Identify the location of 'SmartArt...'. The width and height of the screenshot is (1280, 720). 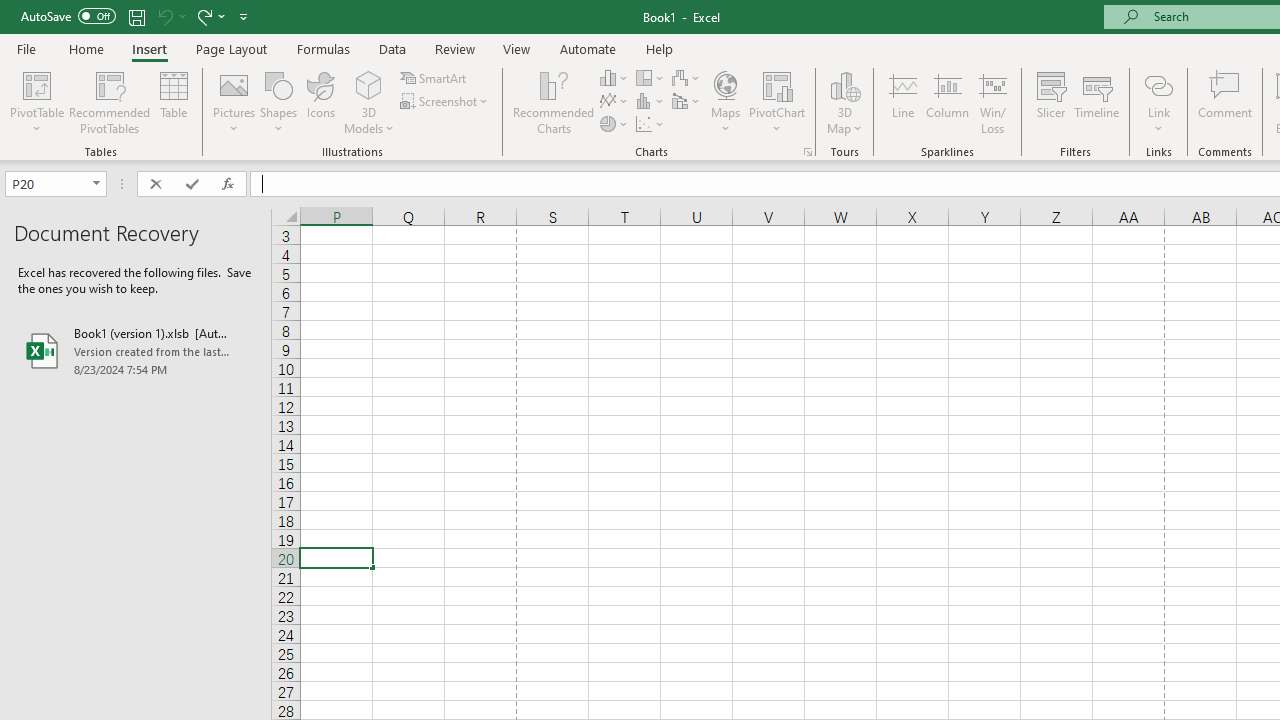
(434, 77).